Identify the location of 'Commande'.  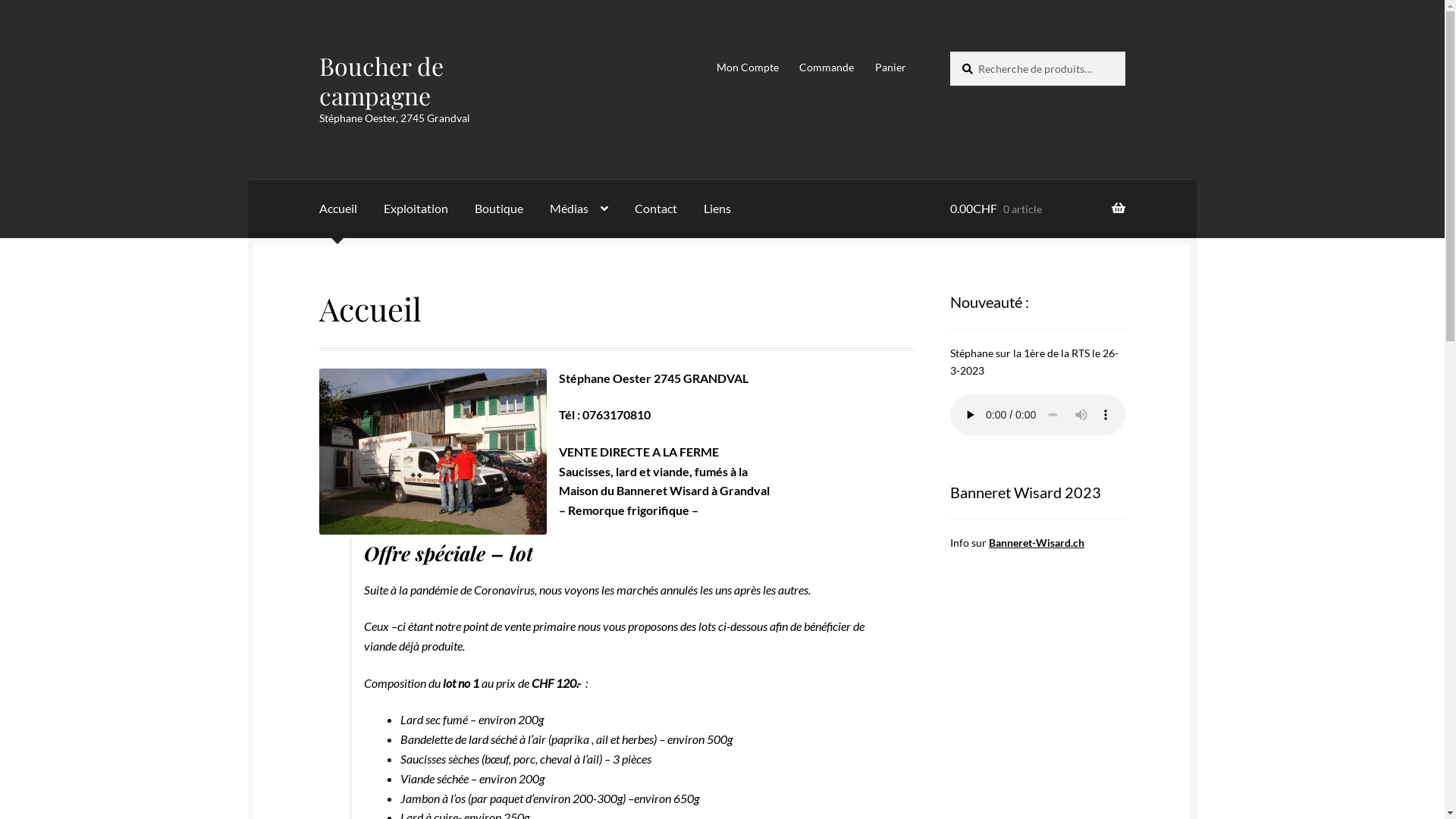
(789, 66).